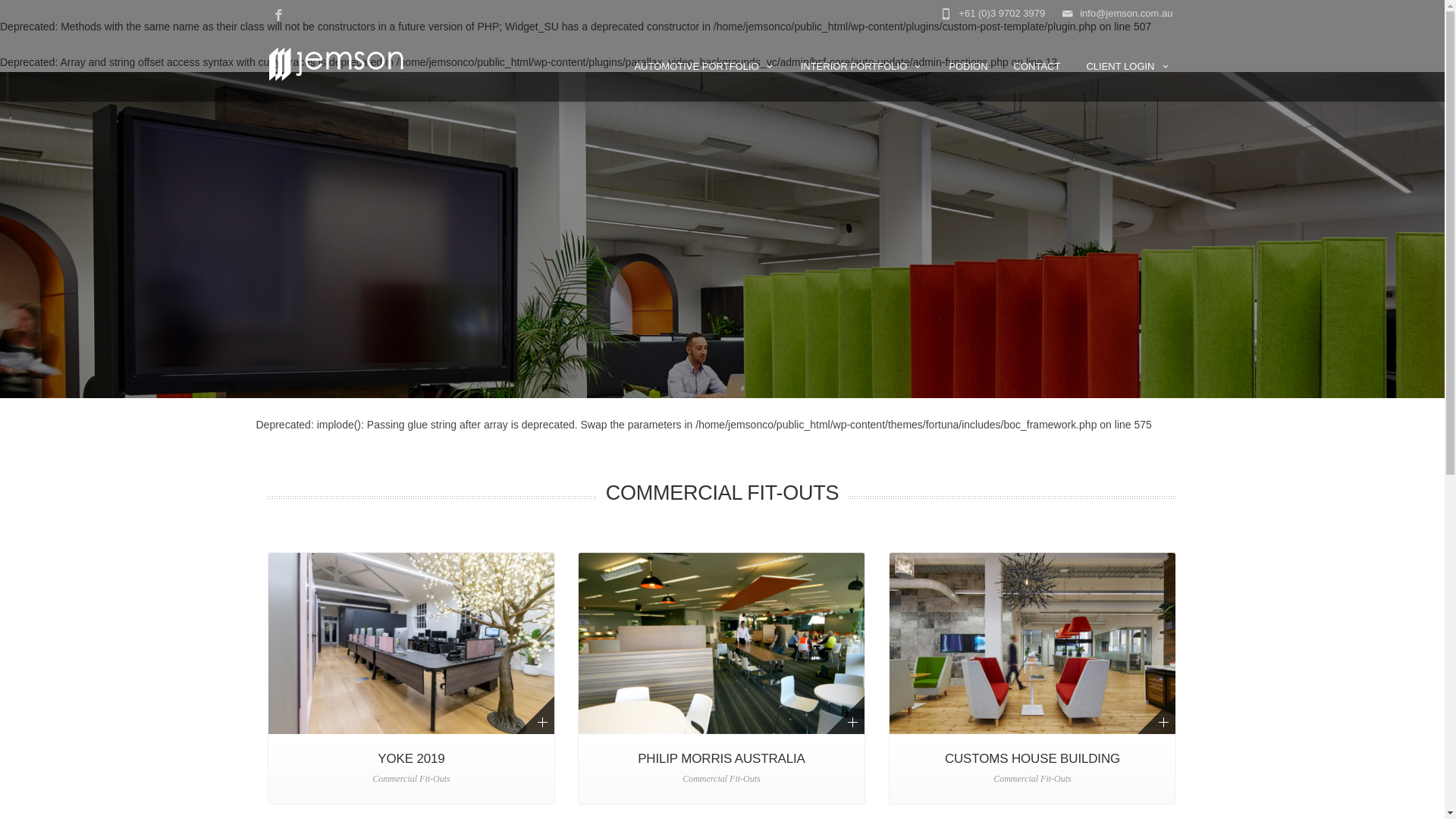 The width and height of the screenshot is (1456, 819). What do you see at coordinates (623, 654) in the screenshot?
I see `'Home'` at bounding box center [623, 654].